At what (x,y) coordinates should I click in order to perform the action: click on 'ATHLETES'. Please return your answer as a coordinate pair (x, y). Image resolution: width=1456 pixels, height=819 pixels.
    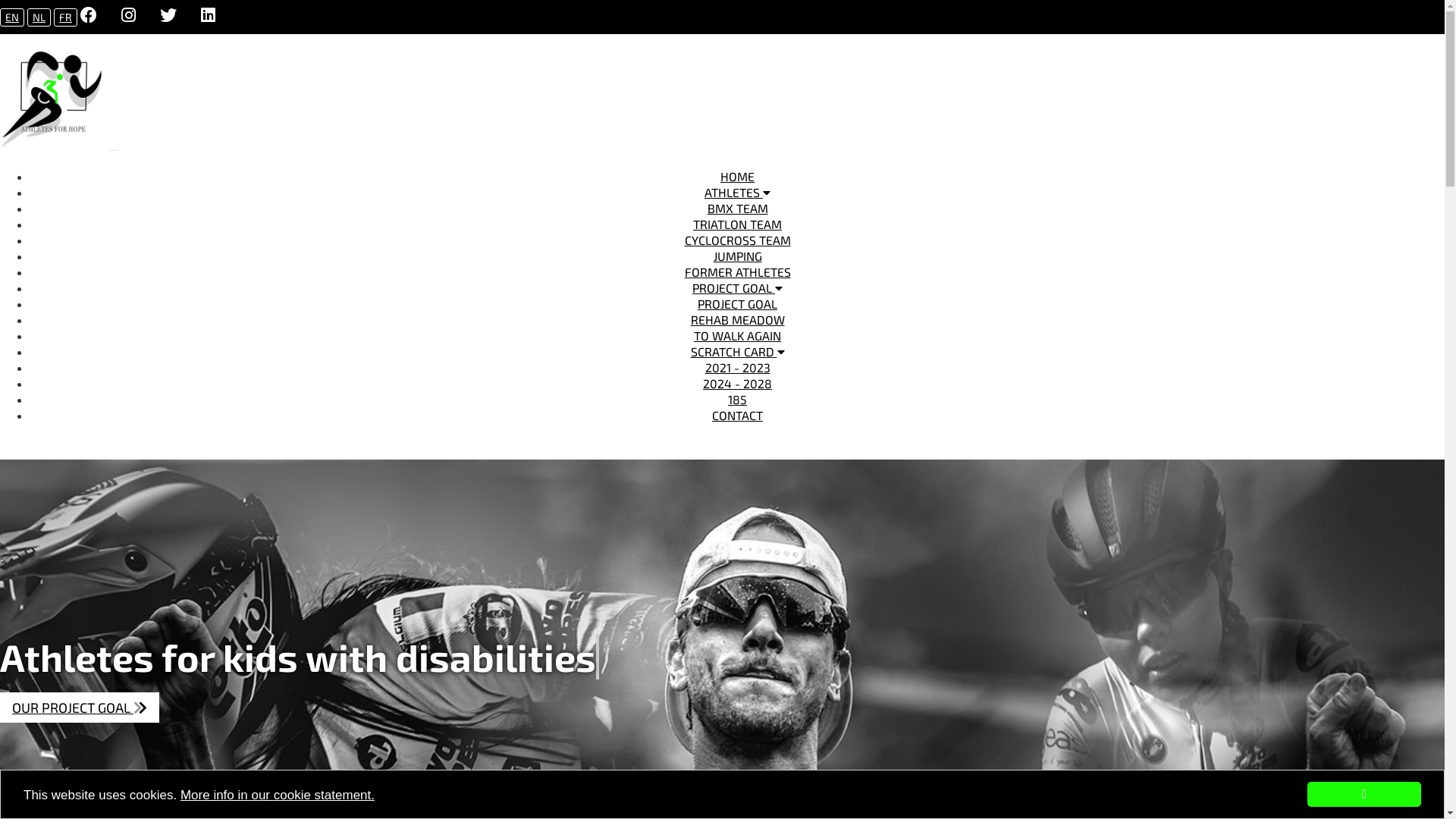
    Looking at the image, I should click on (737, 191).